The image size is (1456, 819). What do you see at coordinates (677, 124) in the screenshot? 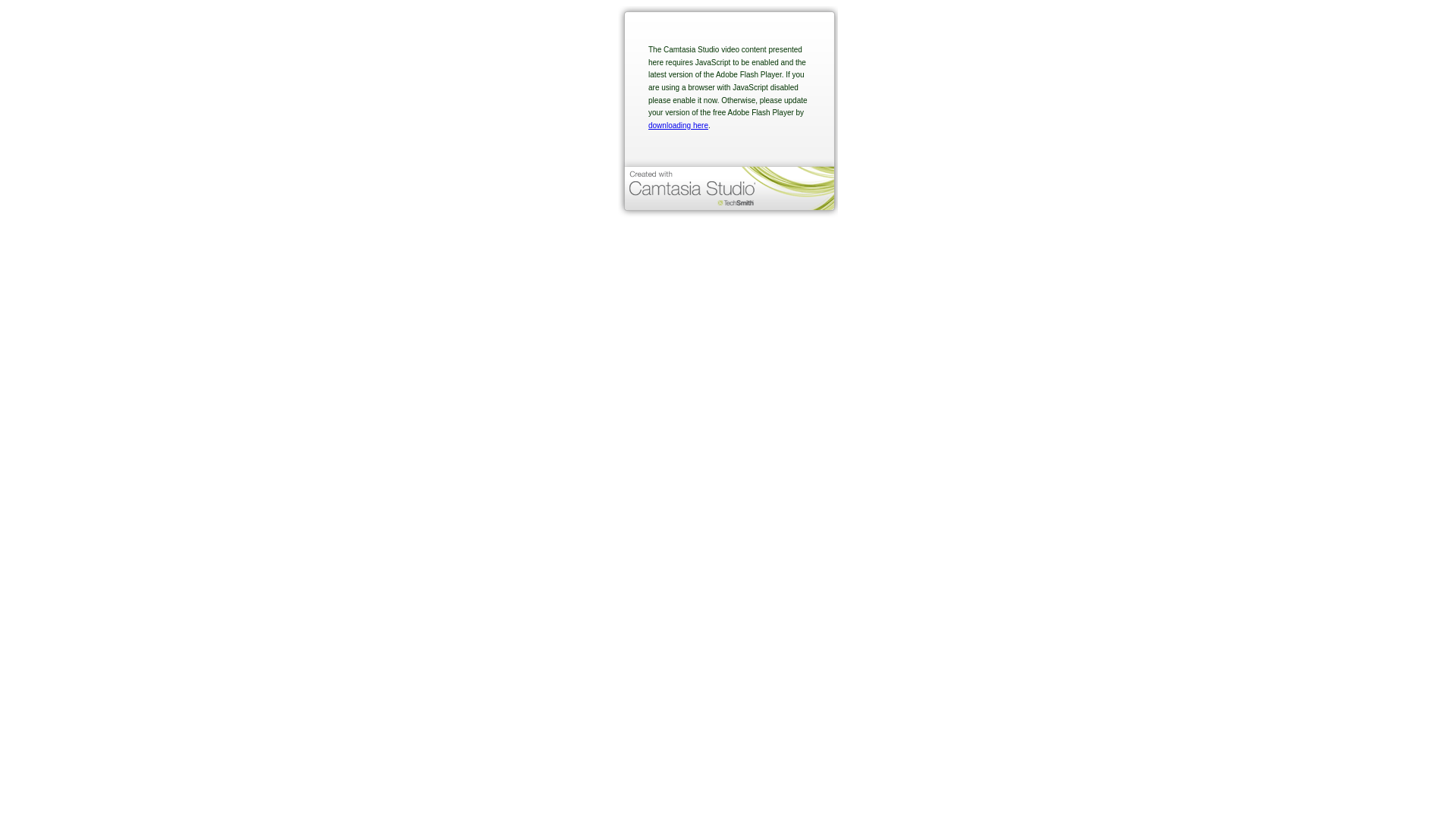
I see `'downloading here'` at bounding box center [677, 124].